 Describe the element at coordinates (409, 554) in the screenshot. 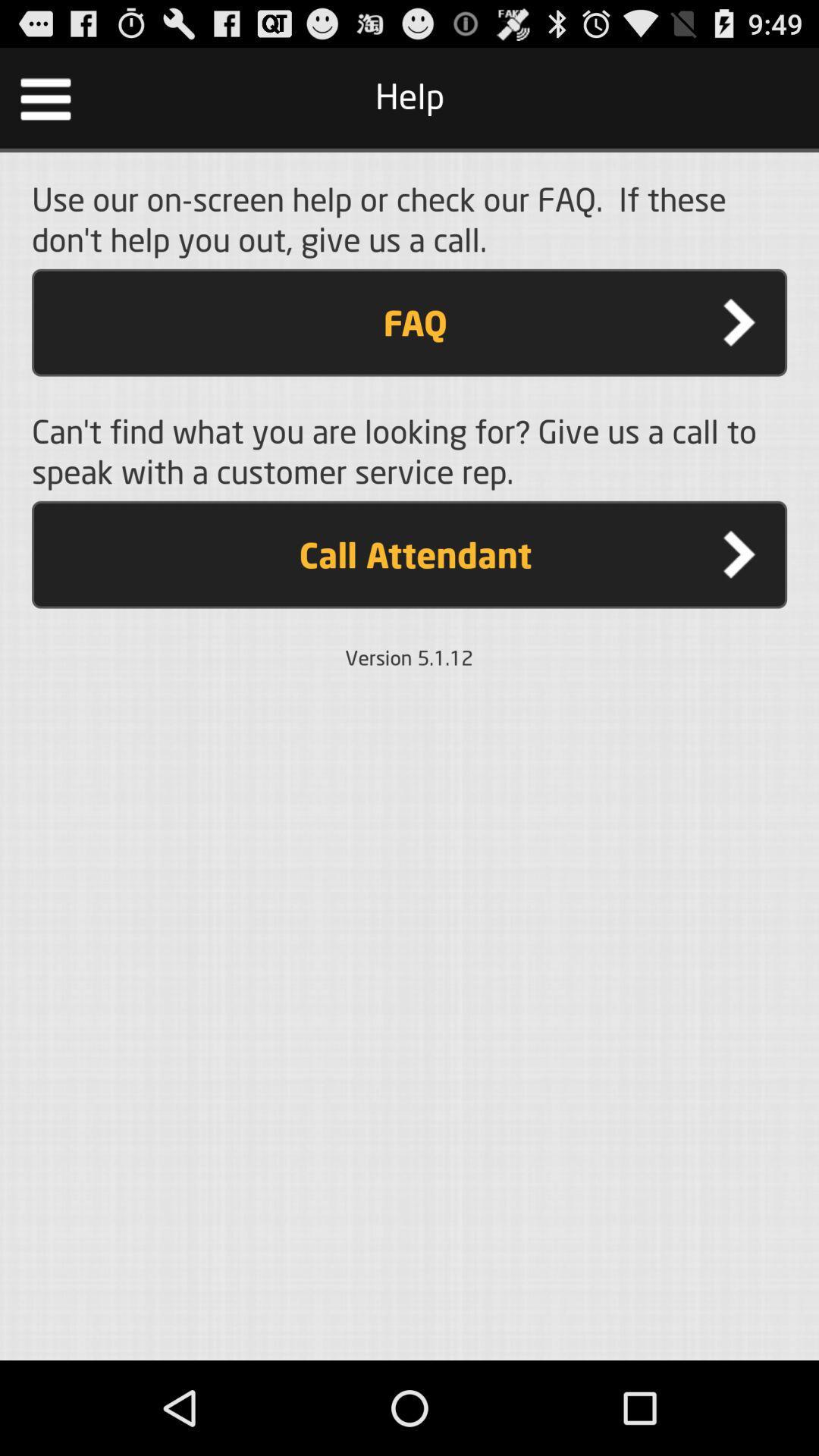

I see `the call attendant item` at that location.